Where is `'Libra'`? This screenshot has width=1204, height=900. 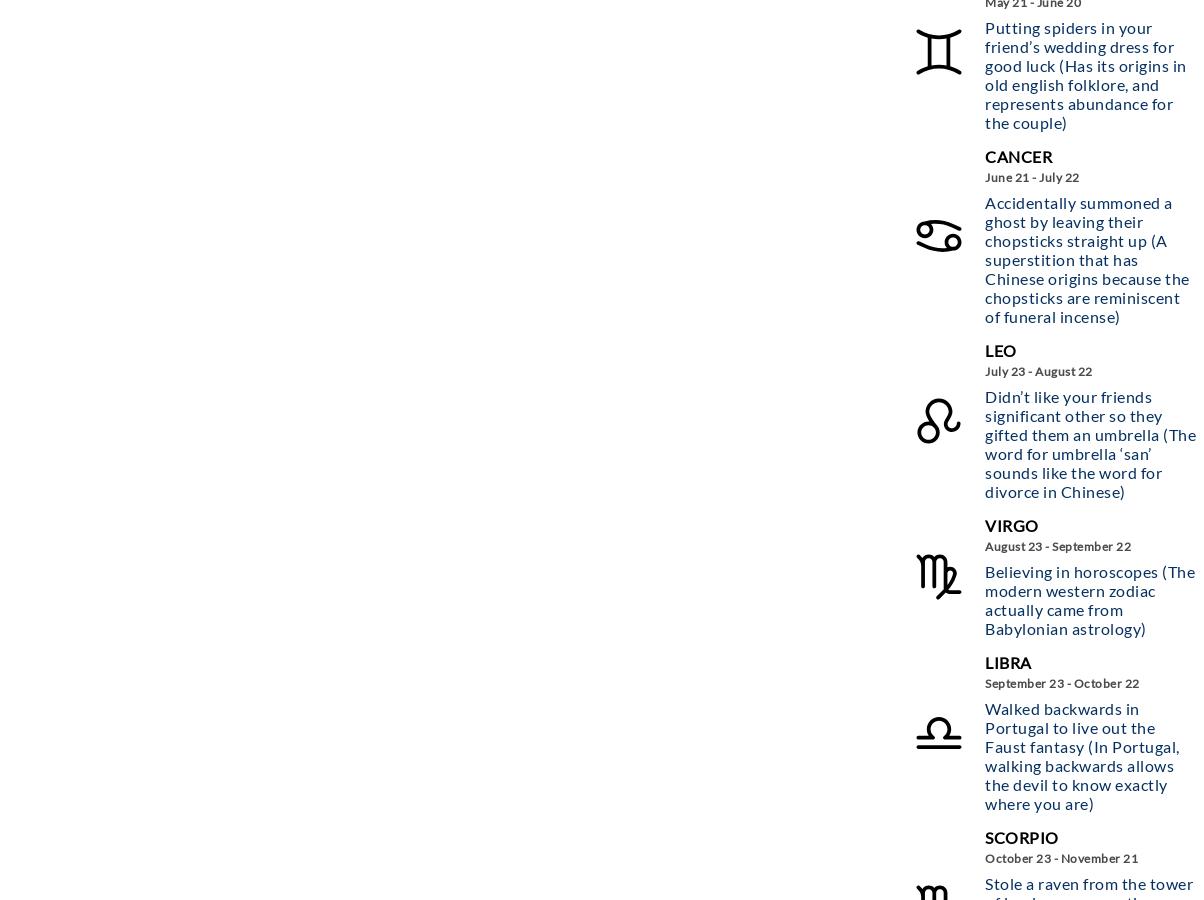 'Libra' is located at coordinates (1007, 661).